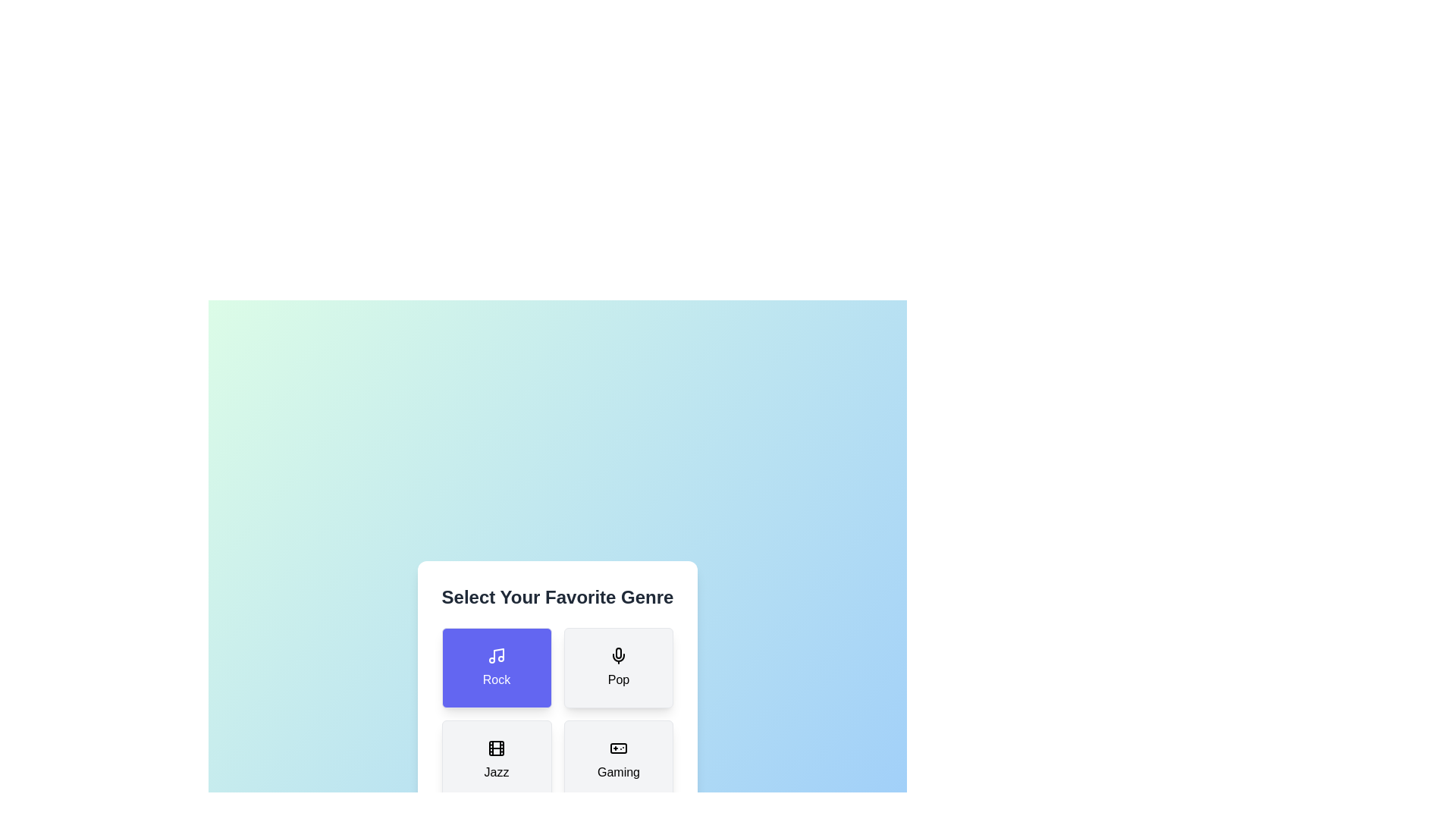 Image resolution: width=1456 pixels, height=819 pixels. I want to click on the rock button to observe its hover effect, so click(496, 667).